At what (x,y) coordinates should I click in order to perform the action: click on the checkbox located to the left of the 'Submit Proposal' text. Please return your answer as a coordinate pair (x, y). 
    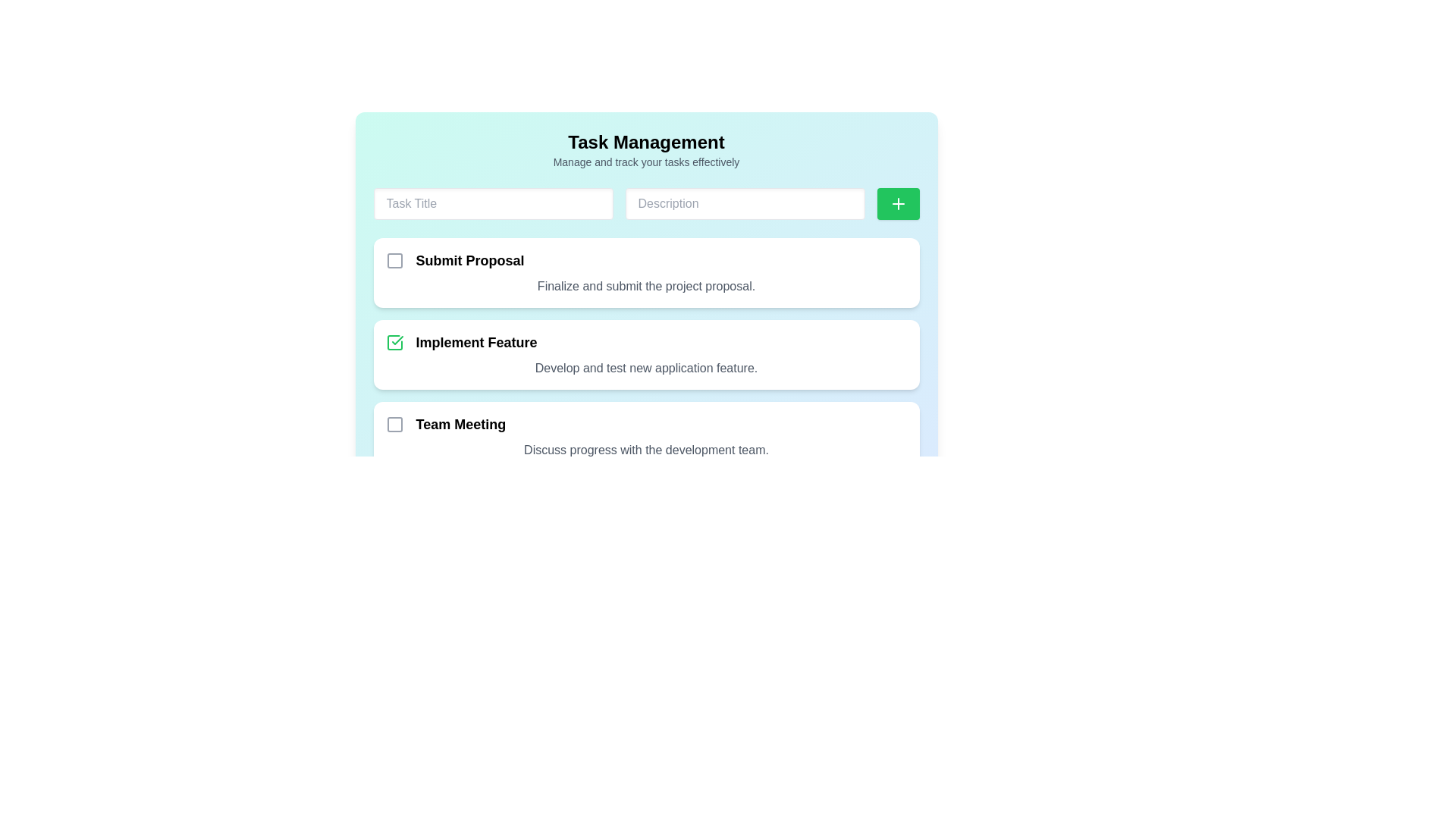
    Looking at the image, I should click on (394, 259).